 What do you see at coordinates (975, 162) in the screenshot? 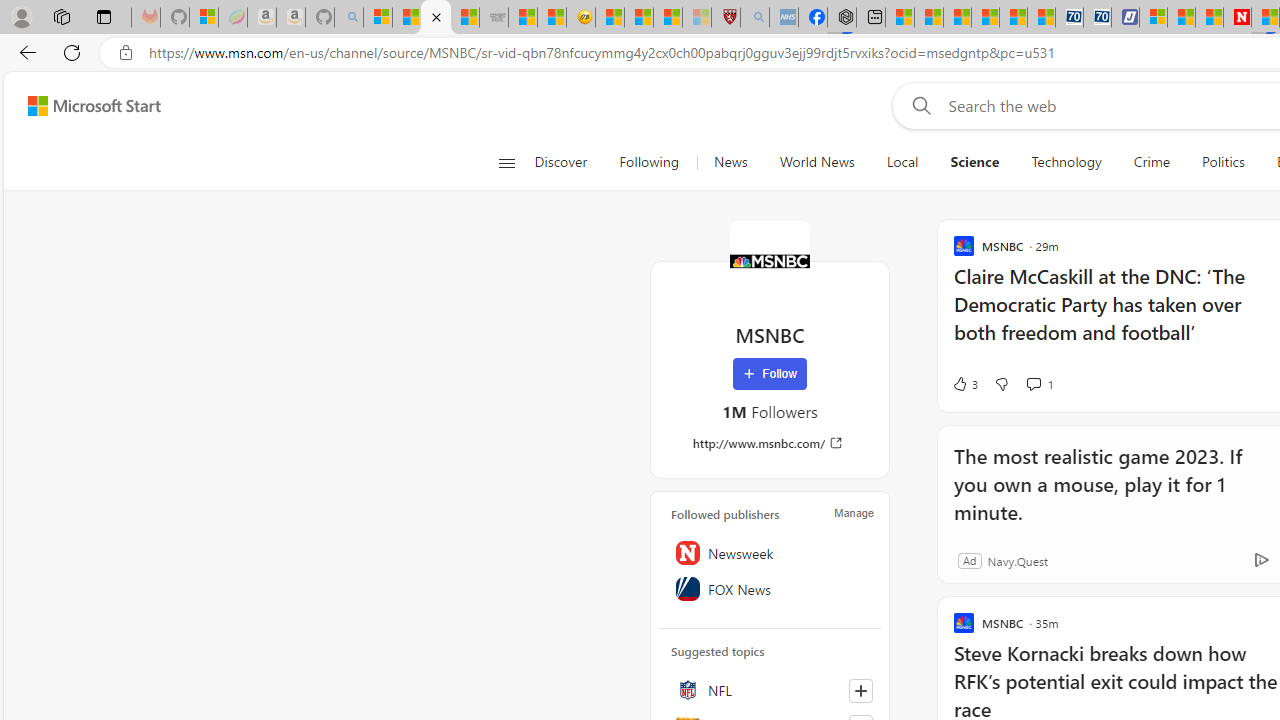
I see `'Science'` at bounding box center [975, 162].